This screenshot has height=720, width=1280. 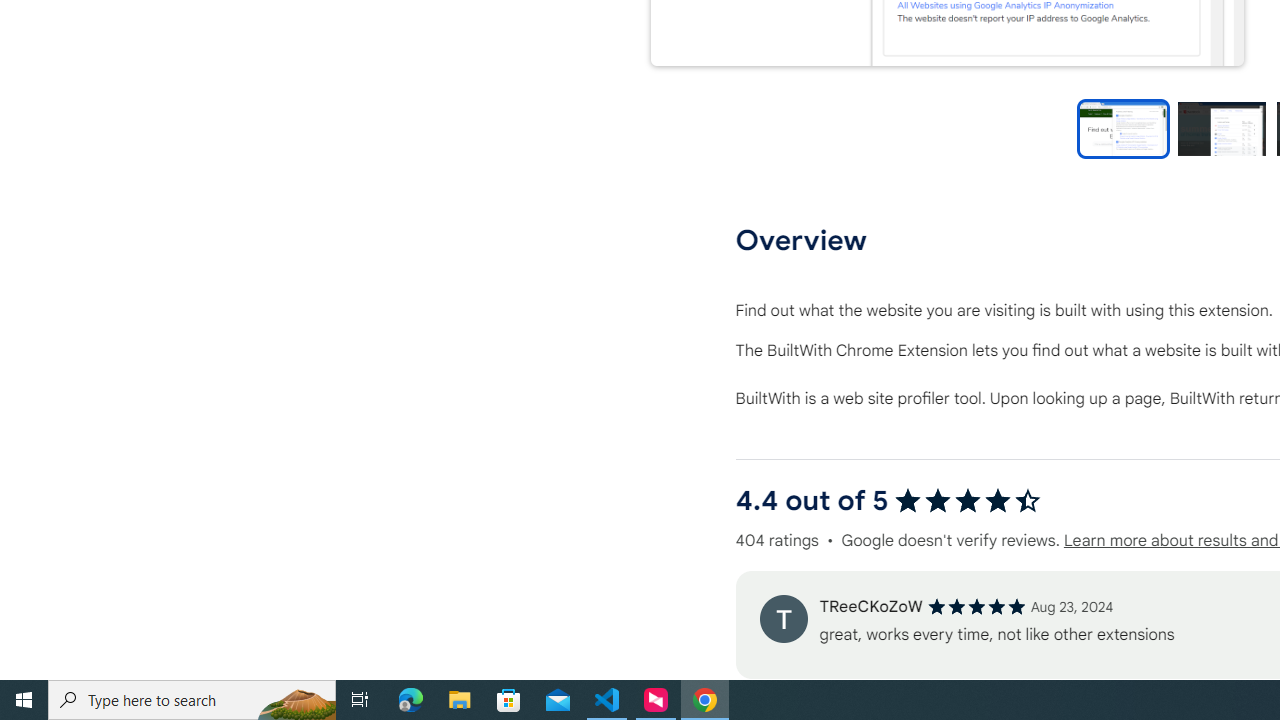 I want to click on 'Preview slide 2', so click(x=1220, y=128).